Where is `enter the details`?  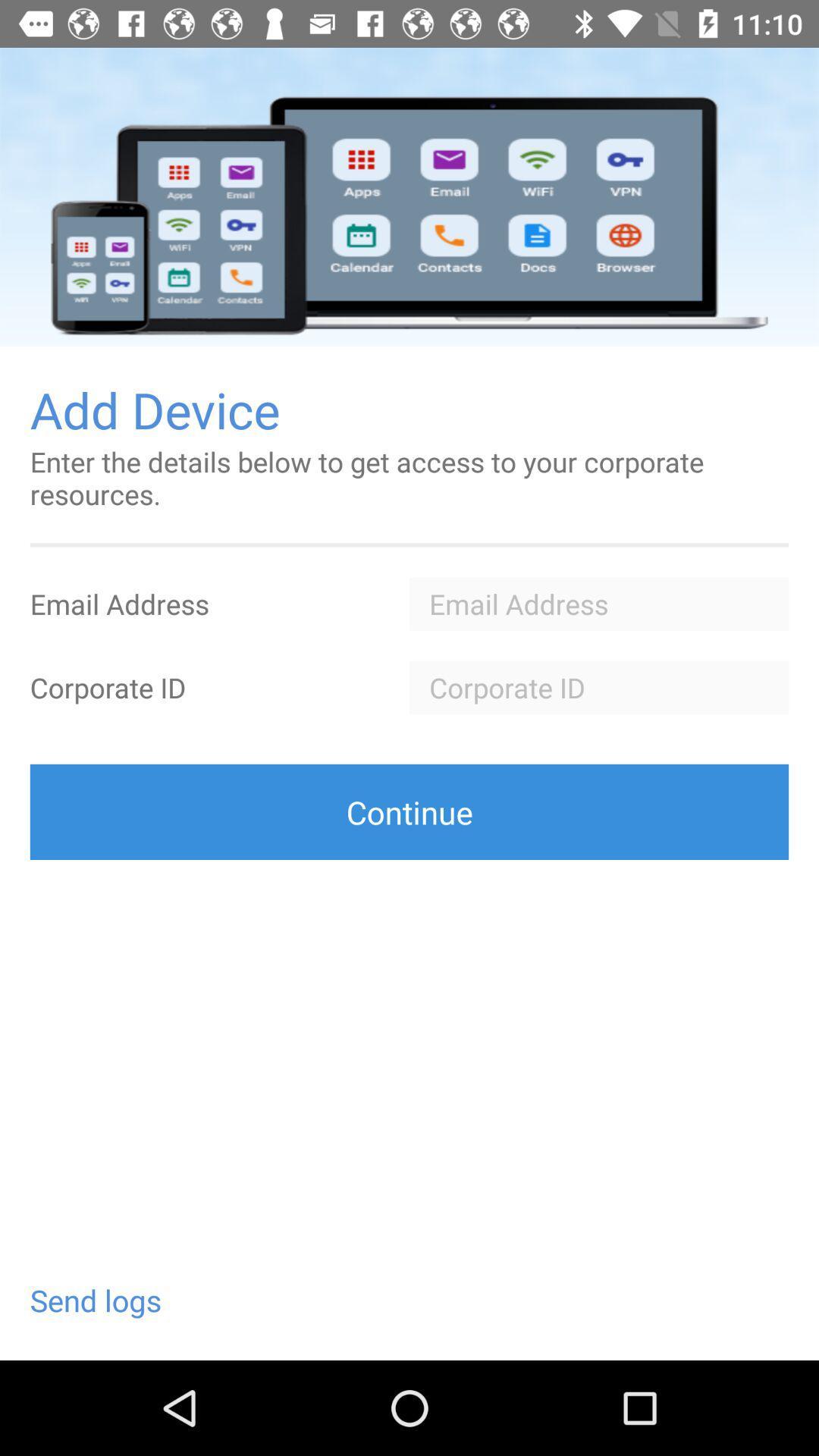 enter the details is located at coordinates (409, 477).